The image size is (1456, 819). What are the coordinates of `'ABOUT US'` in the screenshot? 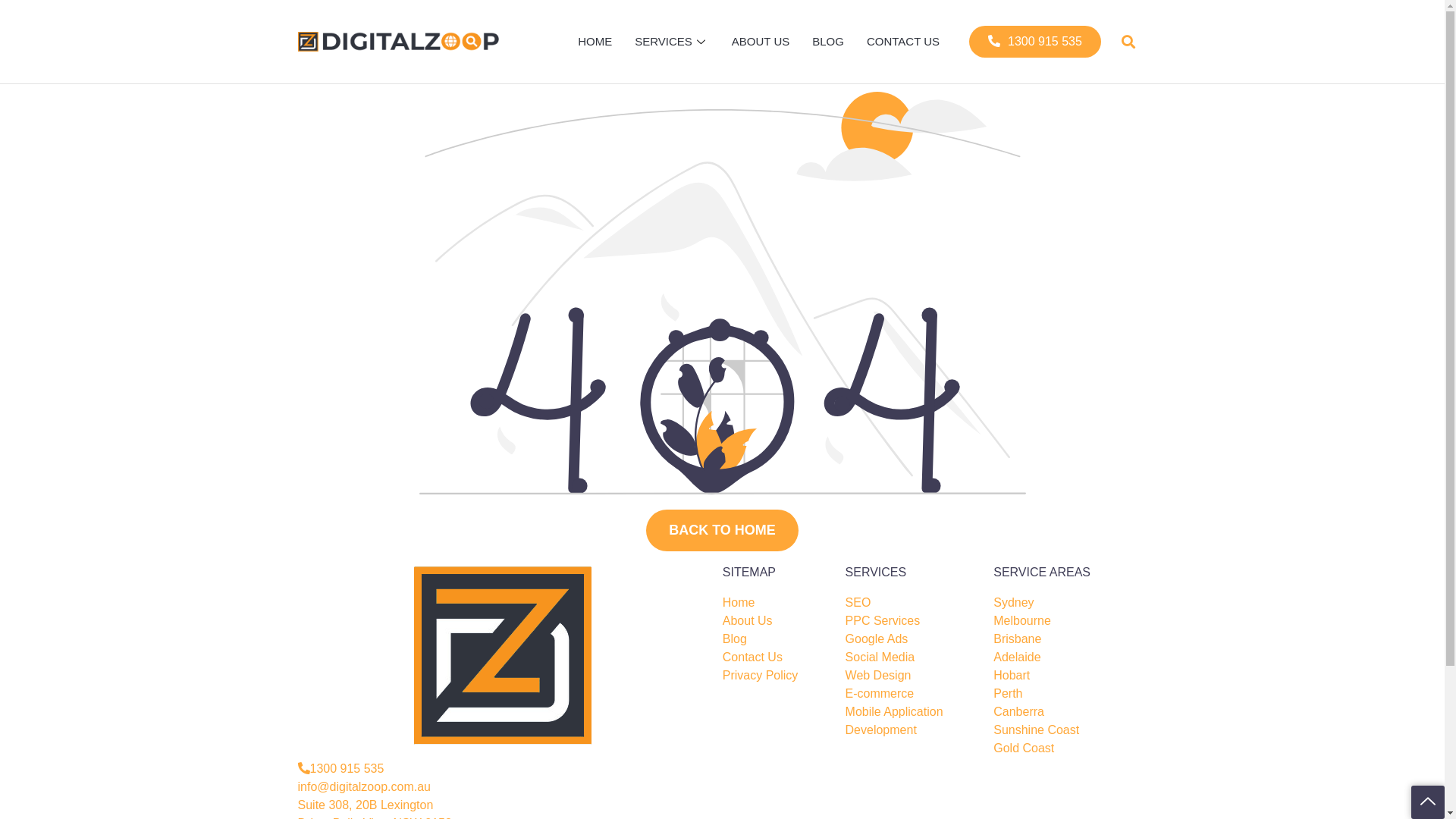 It's located at (761, 40).